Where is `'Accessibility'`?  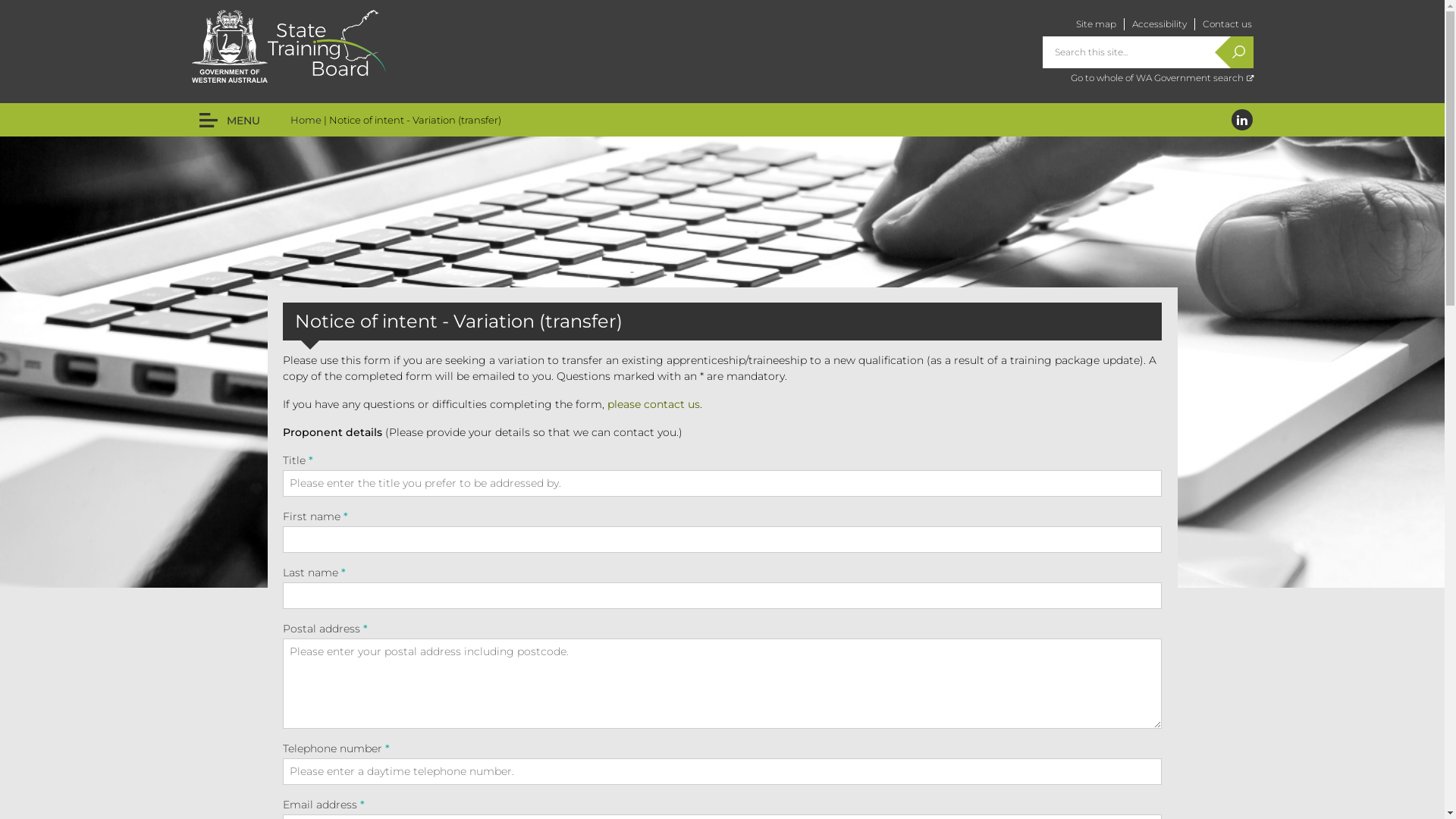 'Accessibility' is located at coordinates (1157, 24).